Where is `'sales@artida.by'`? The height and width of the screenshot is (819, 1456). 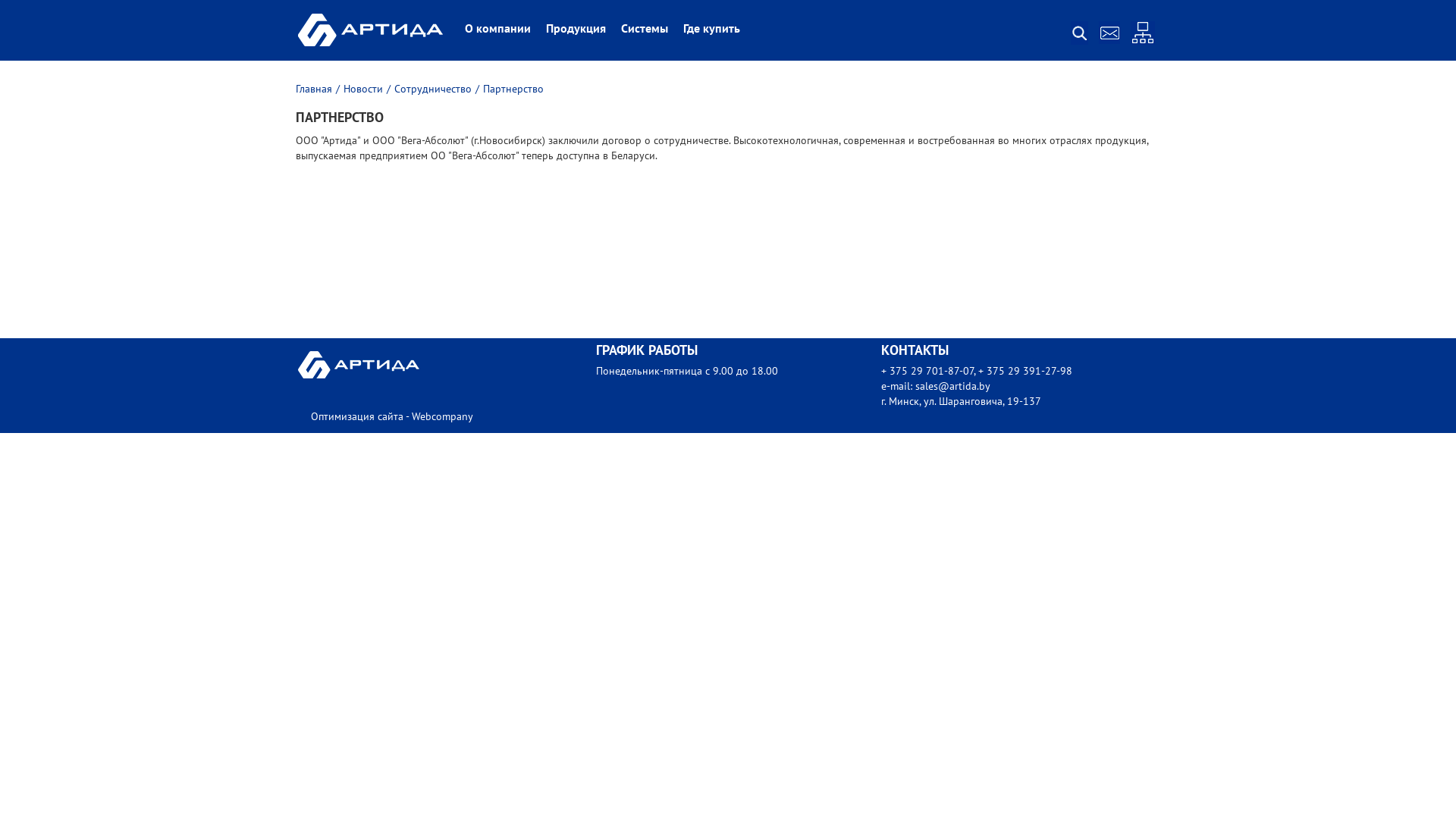
'sales@artida.by' is located at coordinates (952, 385).